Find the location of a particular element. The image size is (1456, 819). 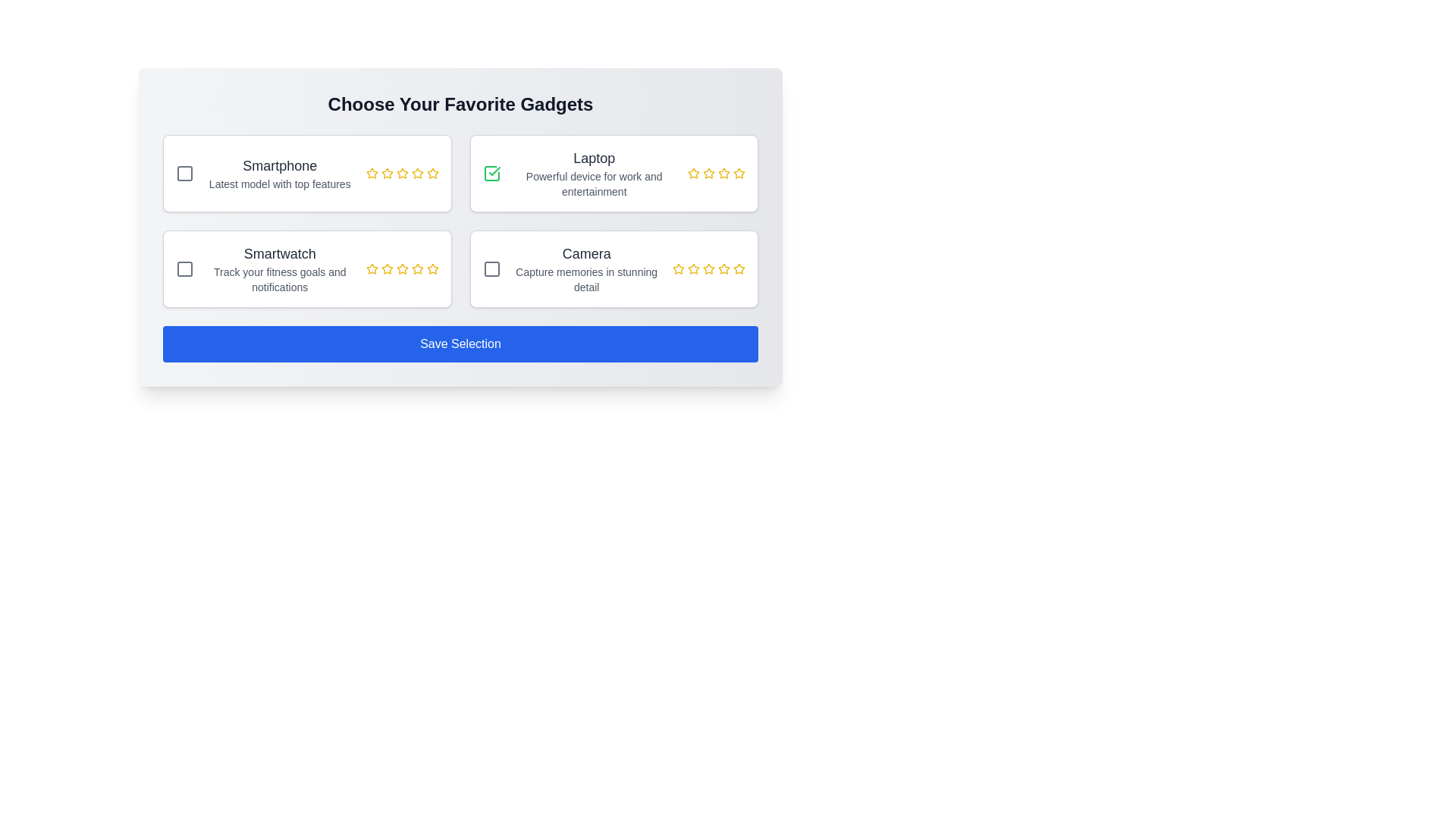

the last rating star icon to confirm a five-star rating for the 'Smartwatch' product is located at coordinates (417, 268).